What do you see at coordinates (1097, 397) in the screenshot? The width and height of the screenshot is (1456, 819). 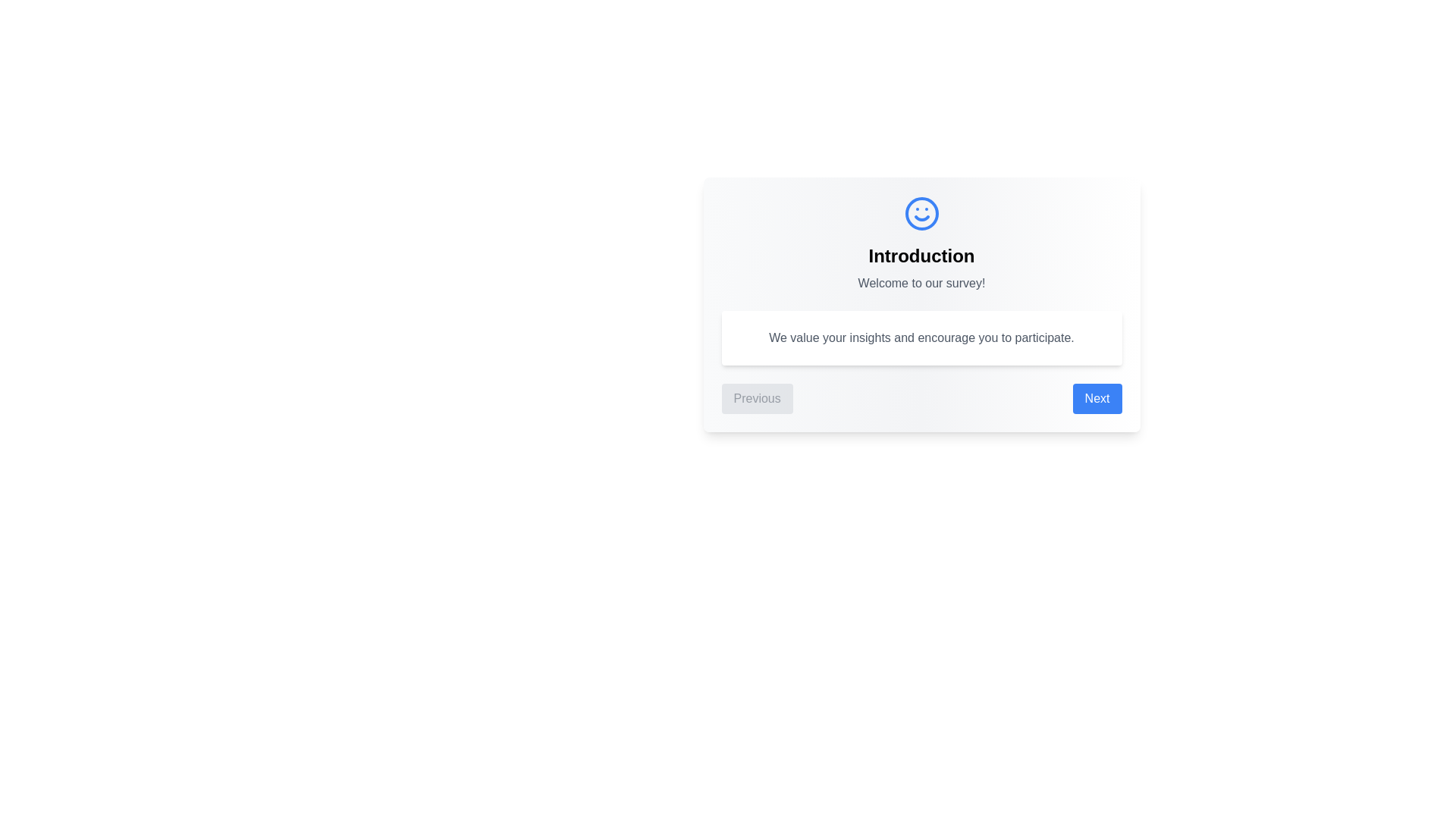 I see `the Next button to navigate through the steps` at bounding box center [1097, 397].